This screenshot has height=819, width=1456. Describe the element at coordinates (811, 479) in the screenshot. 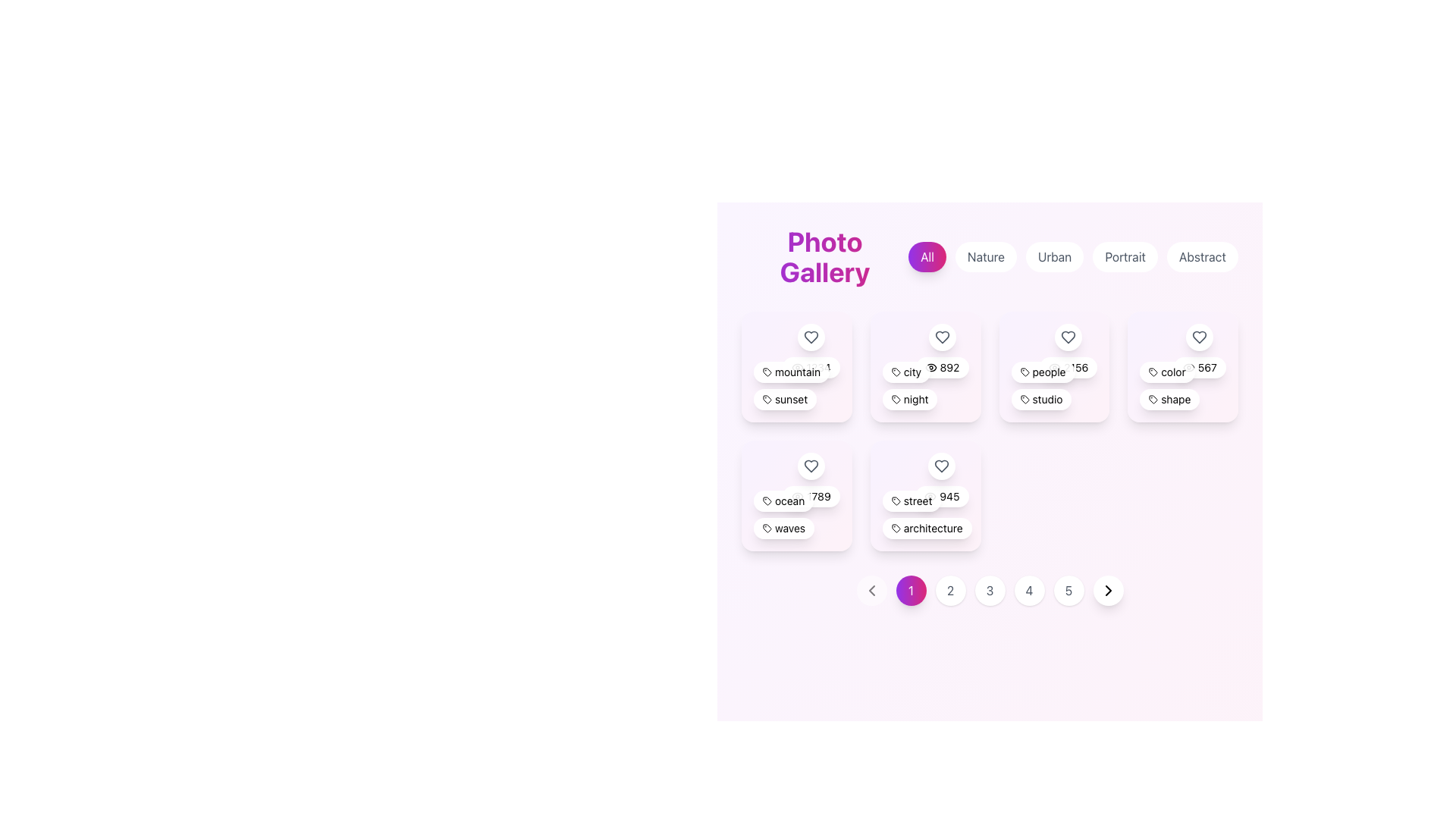

I see `the heart icon button, which is outlined in gray and enclosed within a white circle` at that location.